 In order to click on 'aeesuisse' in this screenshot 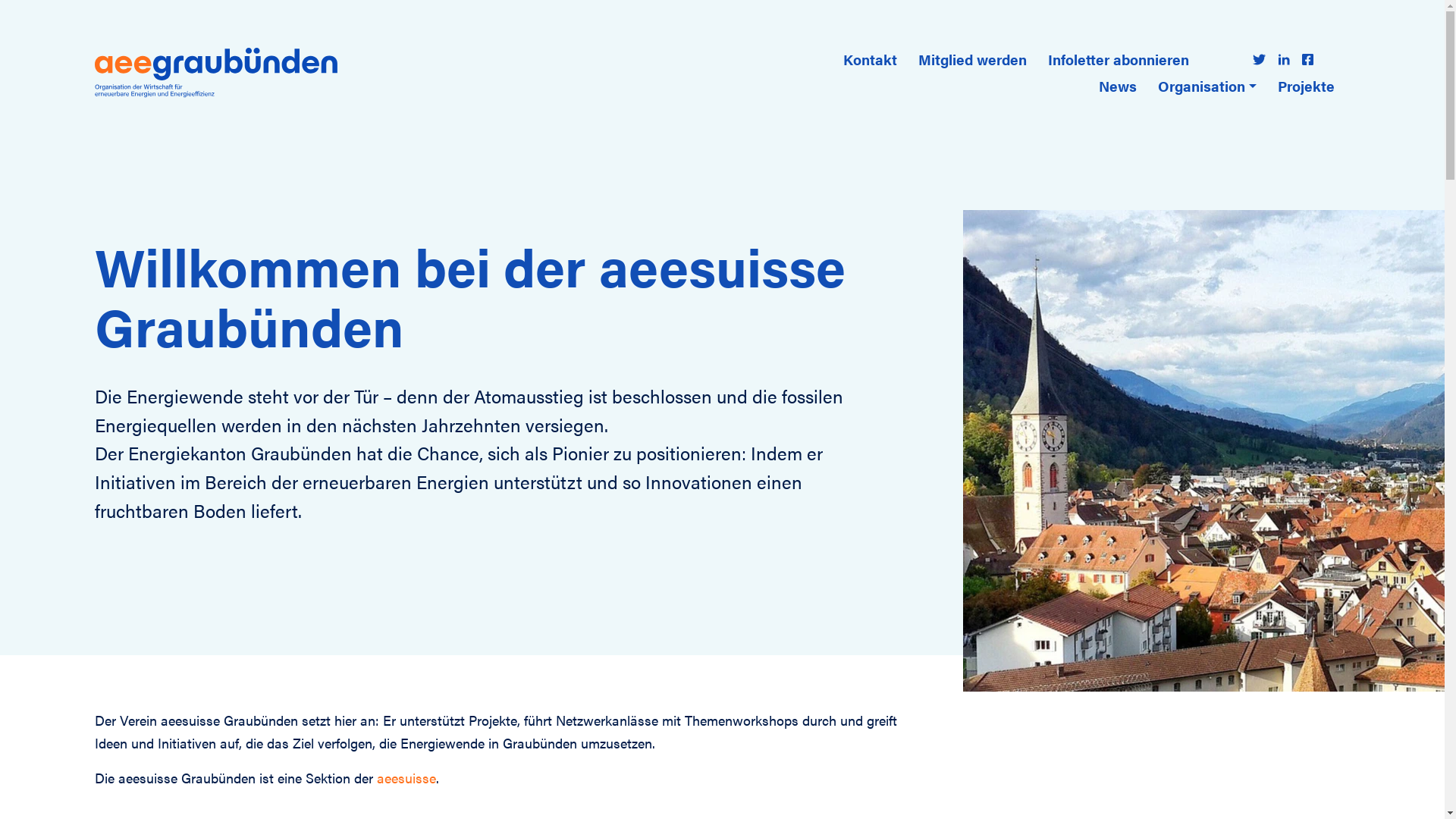, I will do `click(406, 777)`.